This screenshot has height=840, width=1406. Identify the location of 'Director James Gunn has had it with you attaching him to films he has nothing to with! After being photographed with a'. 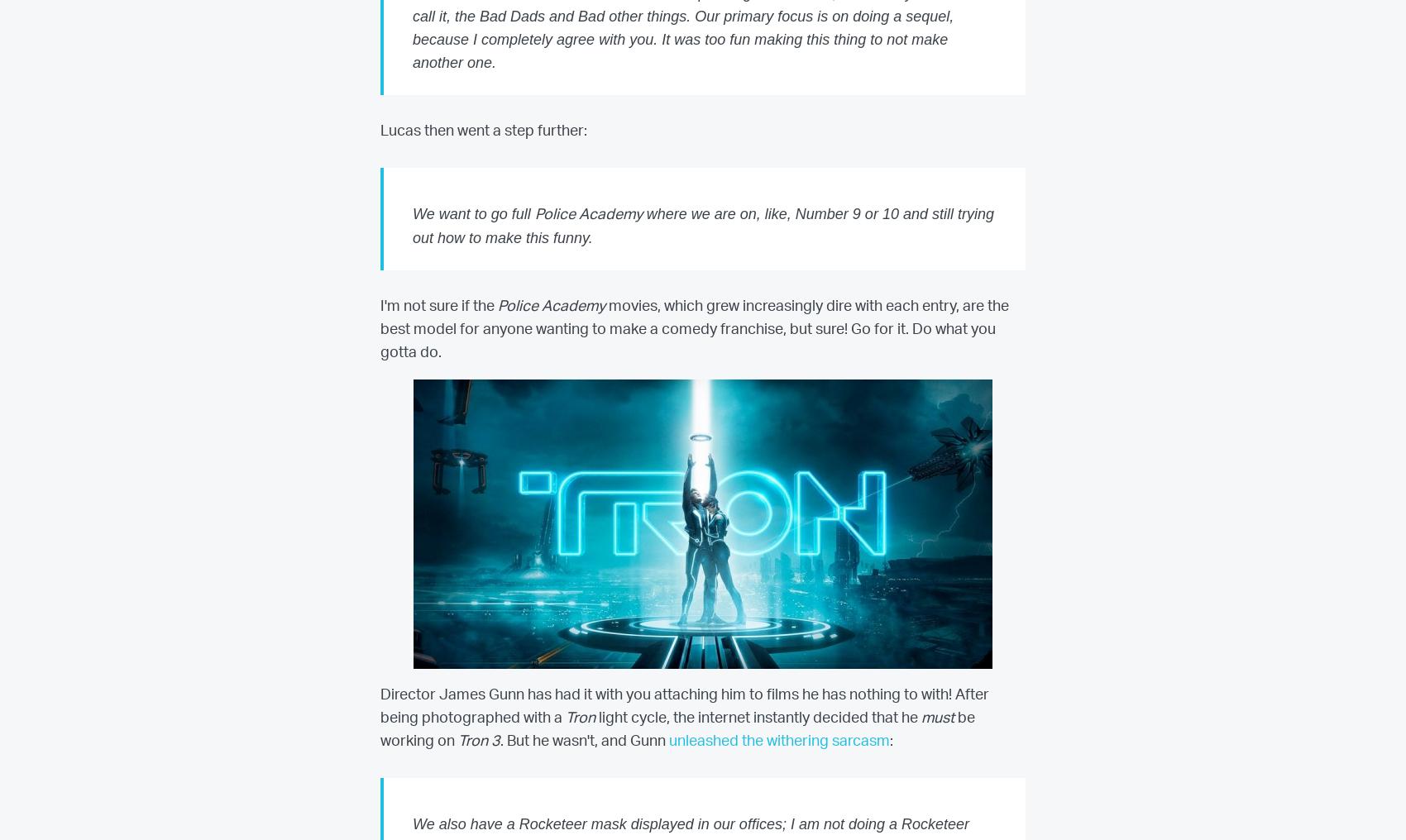
(684, 706).